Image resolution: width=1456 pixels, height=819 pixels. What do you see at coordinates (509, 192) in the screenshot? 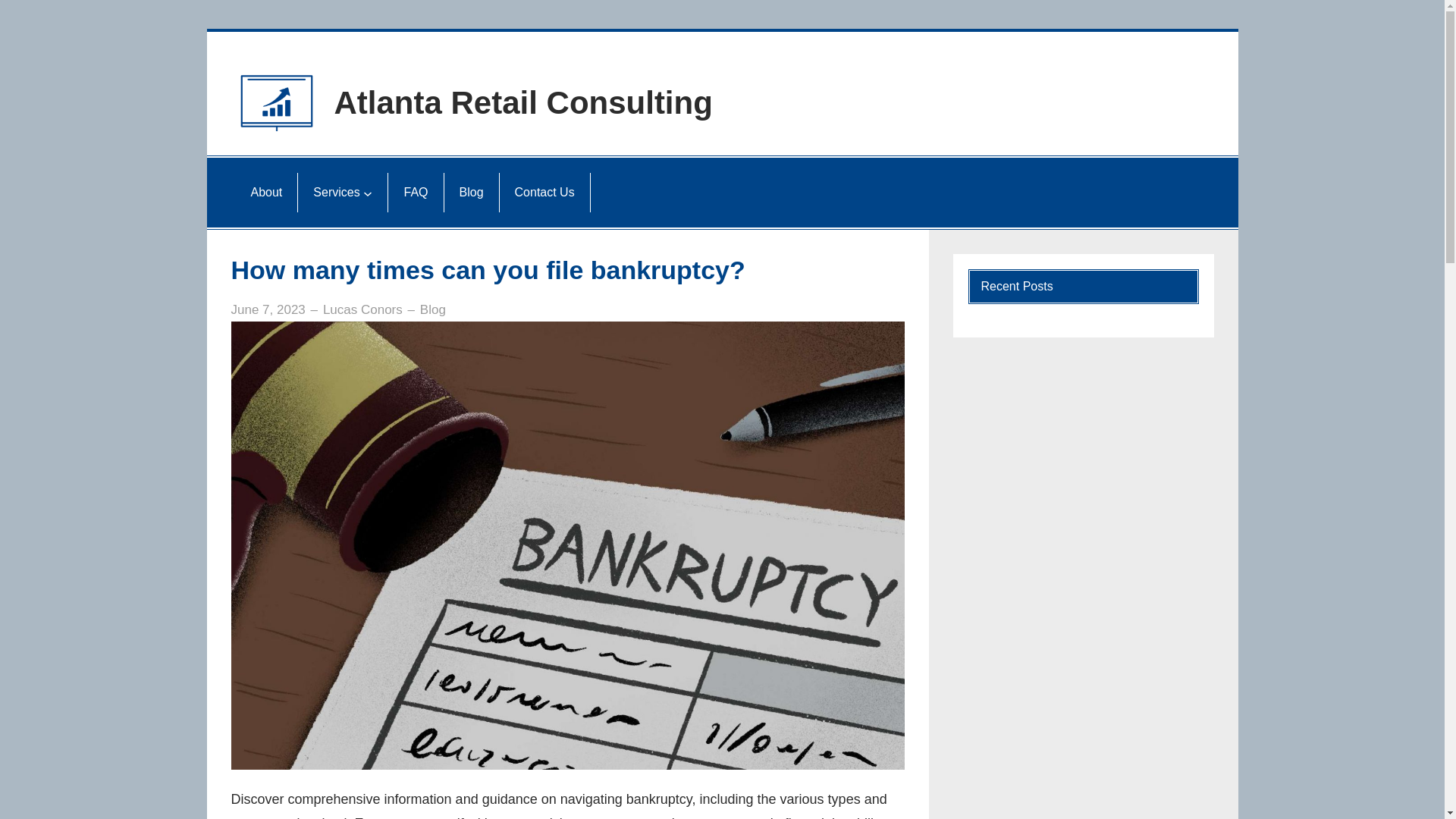
I see `'Contact Us'` at bounding box center [509, 192].